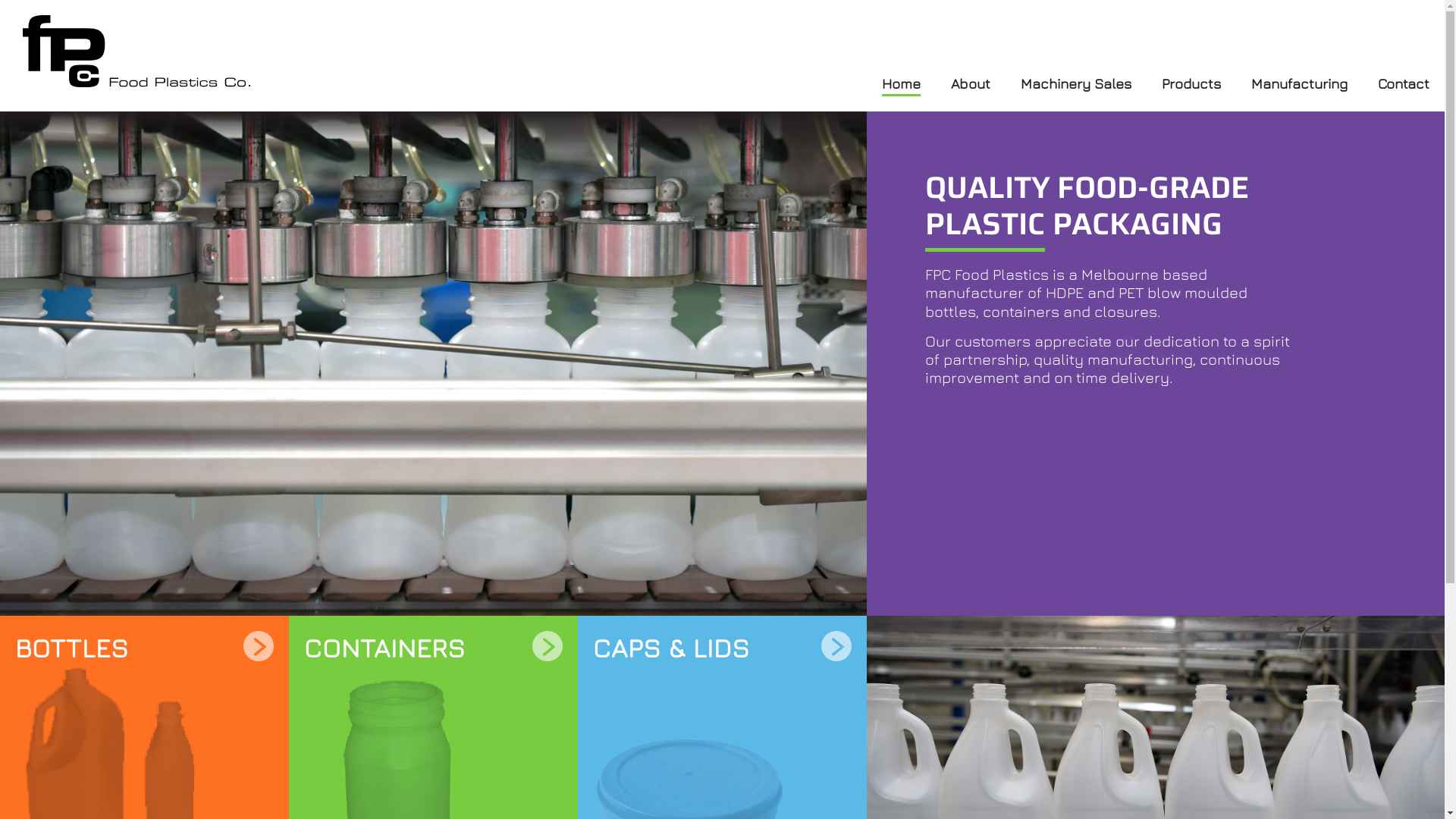  I want to click on 'Food Plastics', so click(22, 50).